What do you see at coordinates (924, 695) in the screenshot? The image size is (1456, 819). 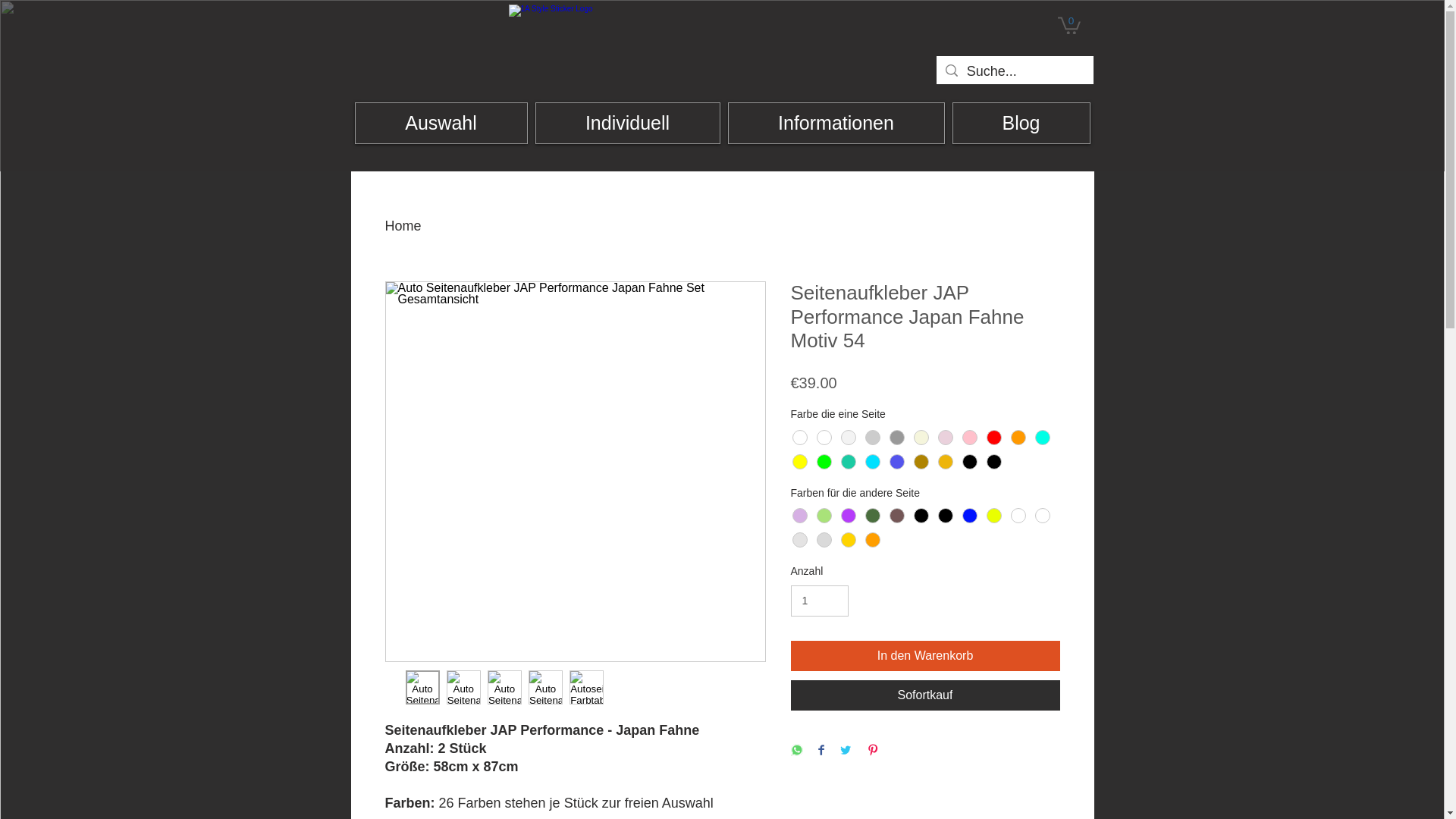 I see `'Sofortkauf'` at bounding box center [924, 695].